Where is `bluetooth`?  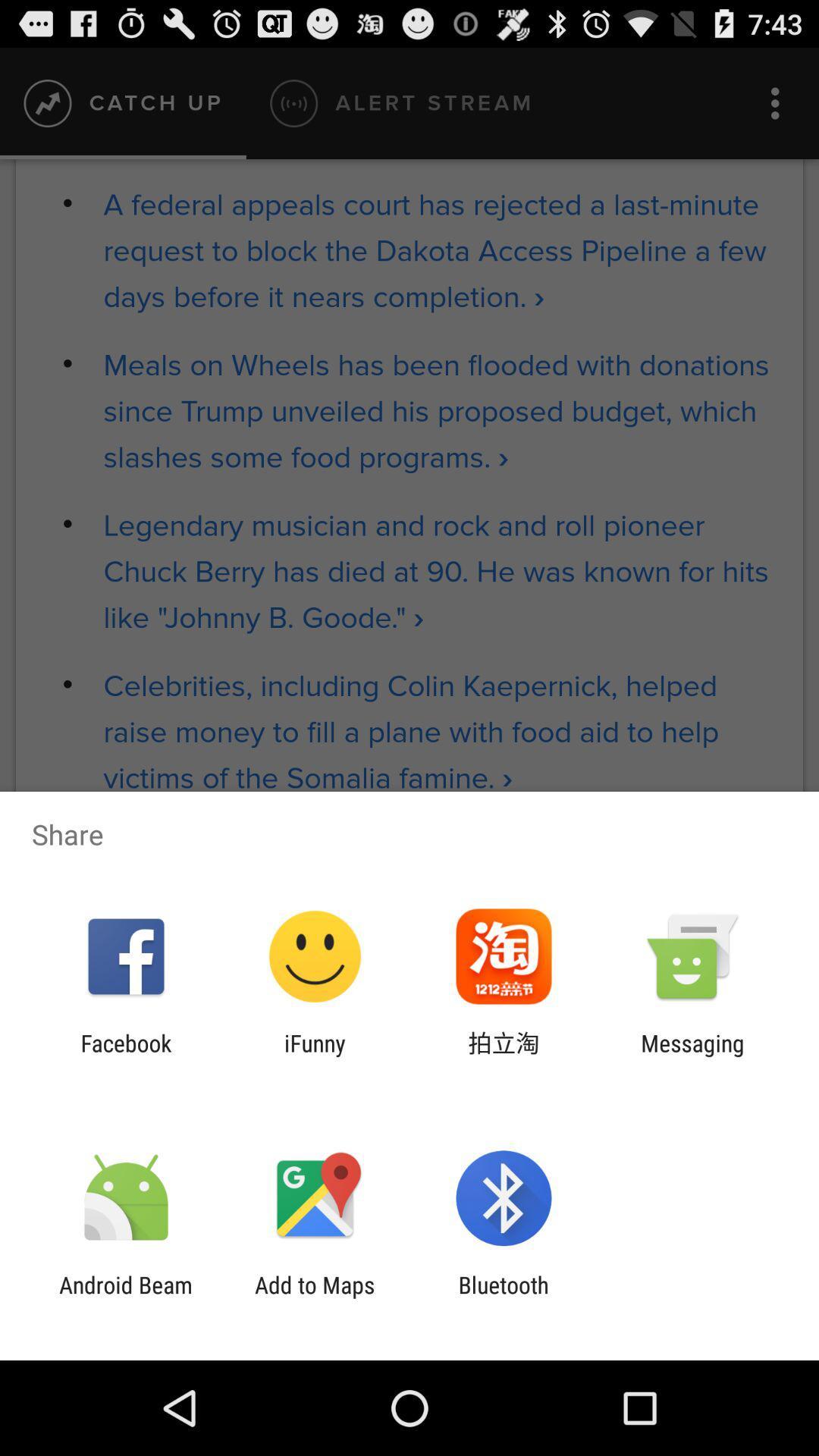 bluetooth is located at coordinates (504, 1298).